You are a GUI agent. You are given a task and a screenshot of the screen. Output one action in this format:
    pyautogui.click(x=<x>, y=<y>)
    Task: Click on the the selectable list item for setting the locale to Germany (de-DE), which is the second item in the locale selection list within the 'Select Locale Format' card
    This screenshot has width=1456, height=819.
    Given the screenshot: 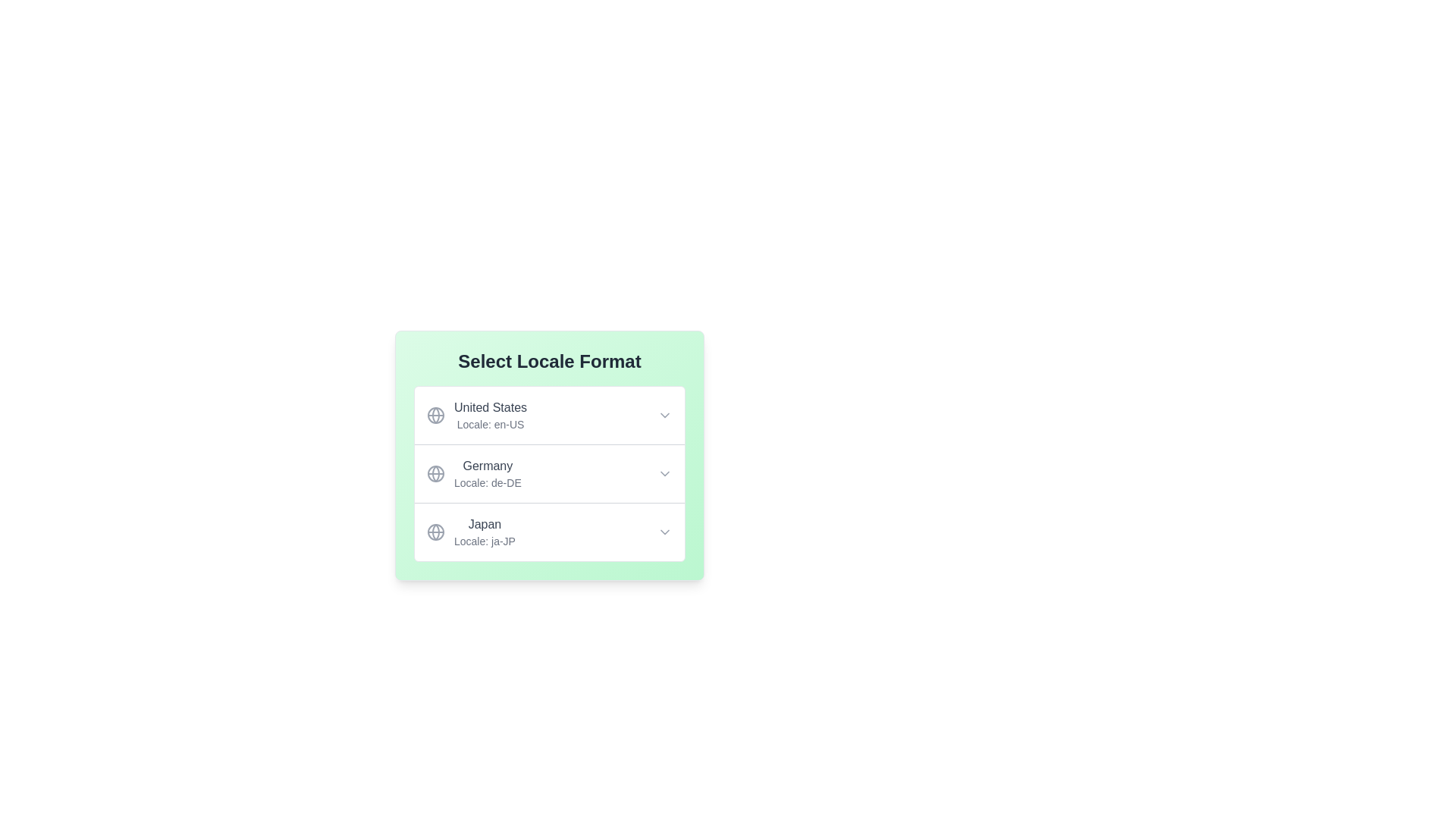 What is the action you would take?
    pyautogui.click(x=473, y=472)
    